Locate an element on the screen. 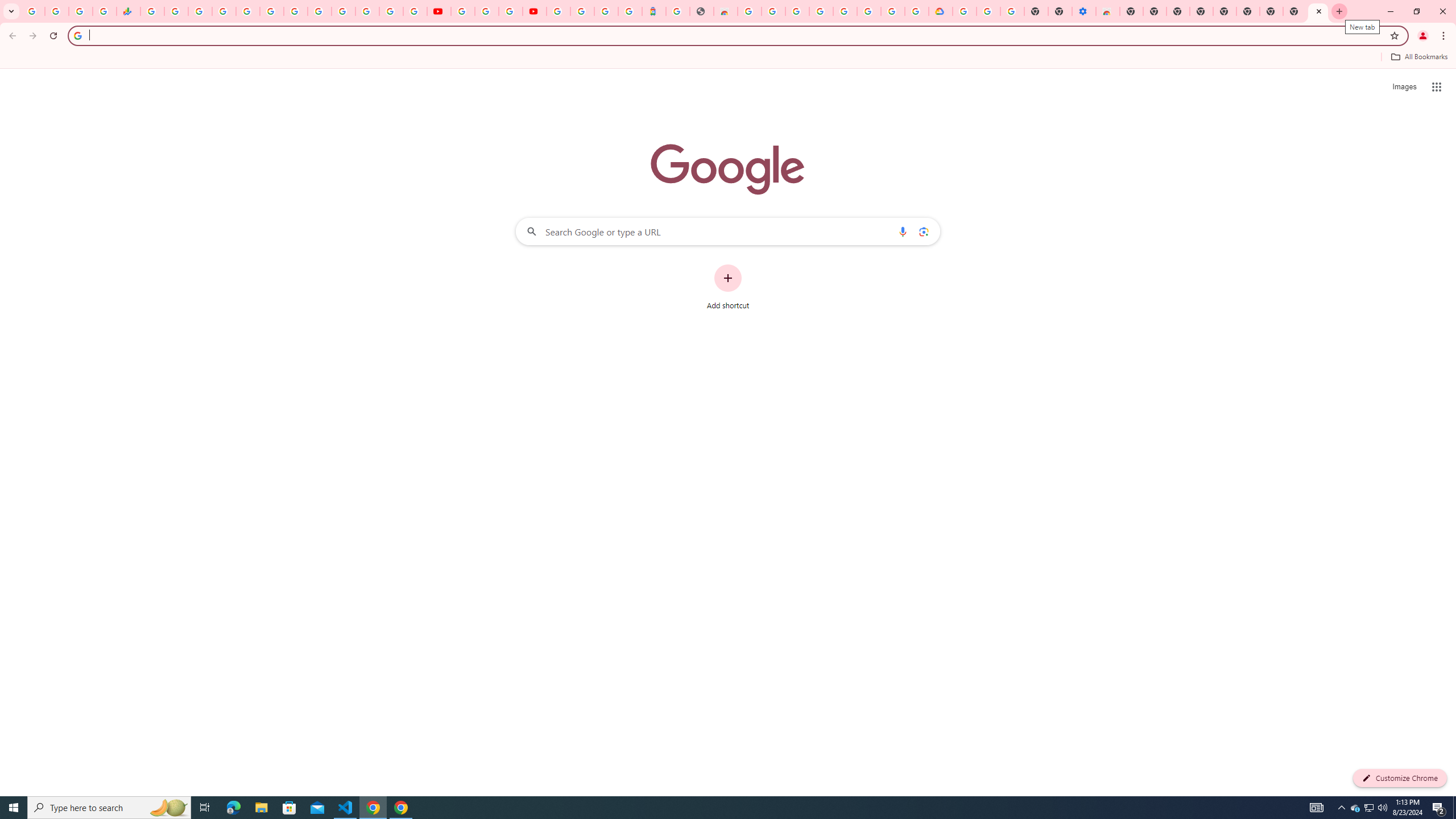  'New Tab' is located at coordinates (1271, 11).